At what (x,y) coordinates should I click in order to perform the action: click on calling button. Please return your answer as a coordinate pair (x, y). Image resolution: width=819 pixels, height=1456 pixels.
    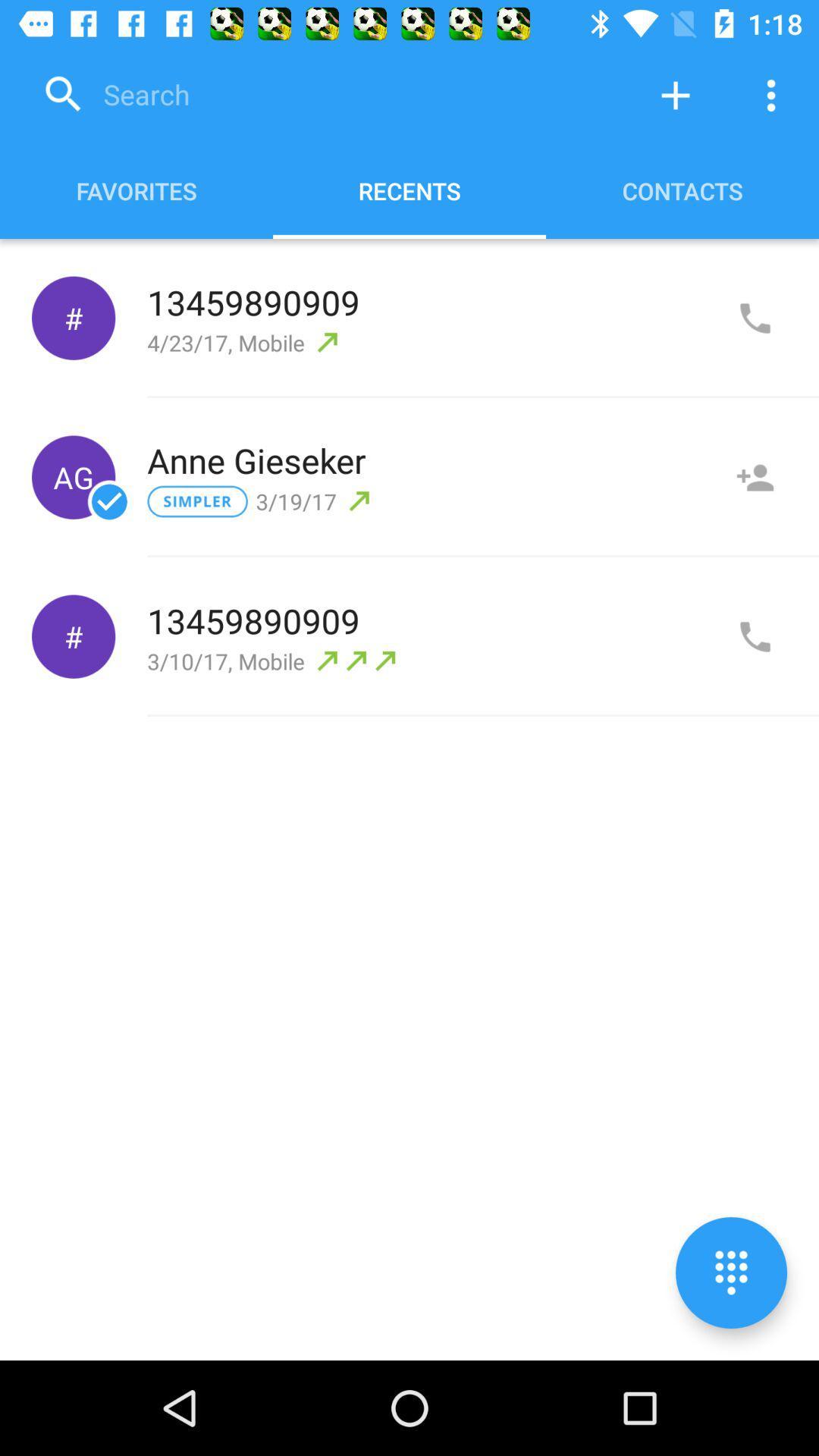
    Looking at the image, I should click on (755, 637).